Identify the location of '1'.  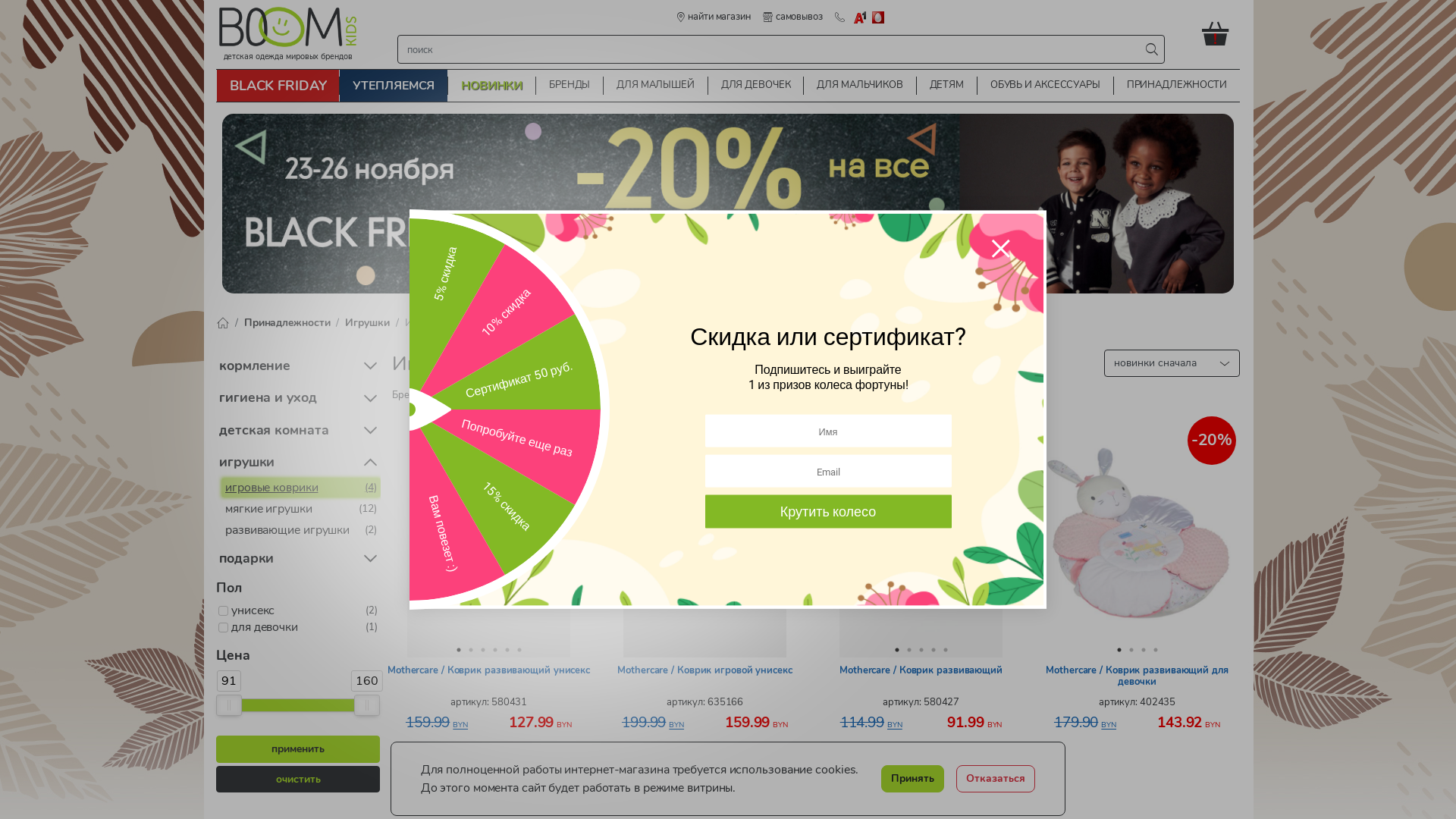
(450, 648).